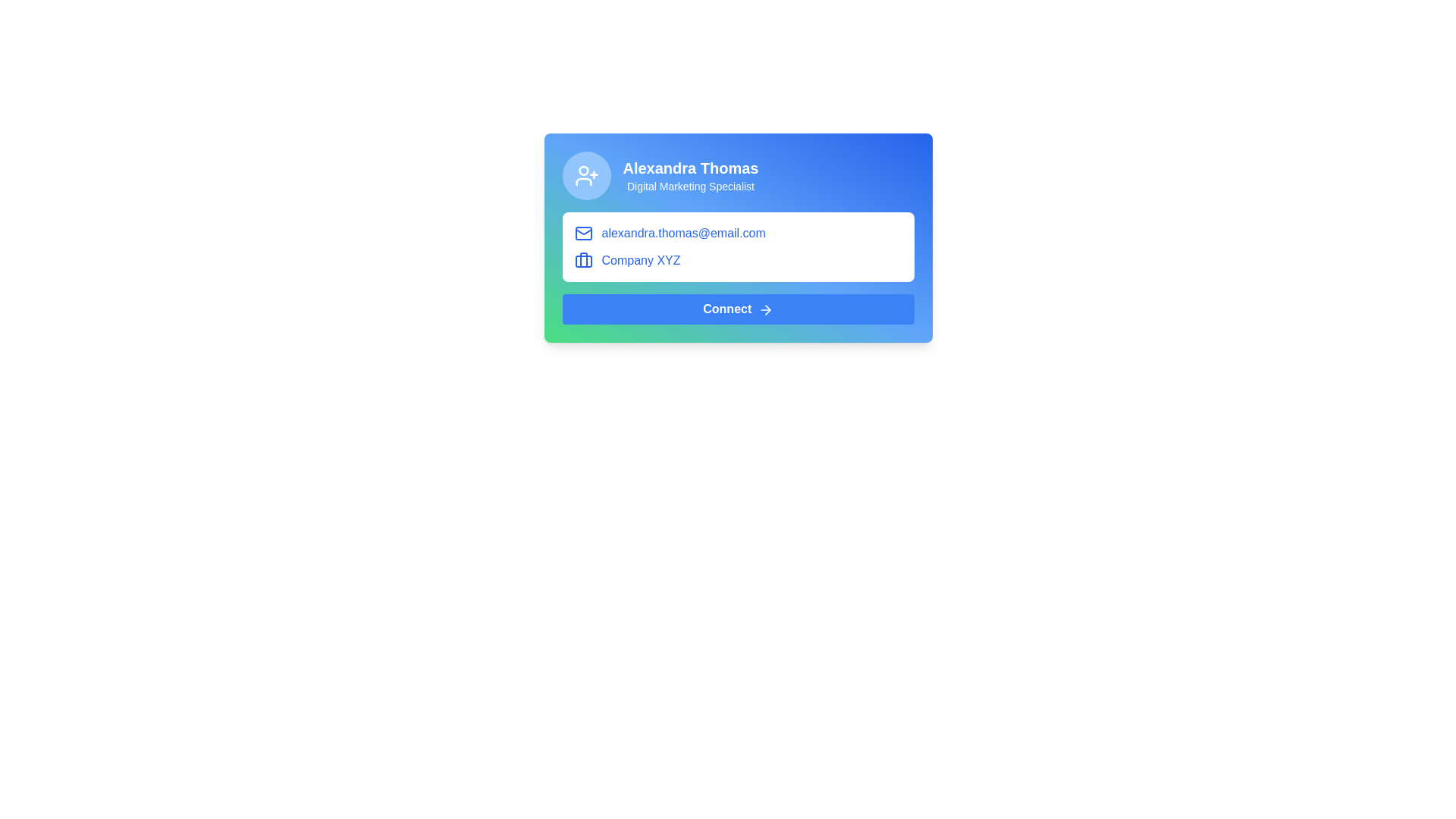 The height and width of the screenshot is (819, 1456). Describe the element at coordinates (738, 234) in the screenshot. I see `the user's email address displayed in the information block of the card` at that location.